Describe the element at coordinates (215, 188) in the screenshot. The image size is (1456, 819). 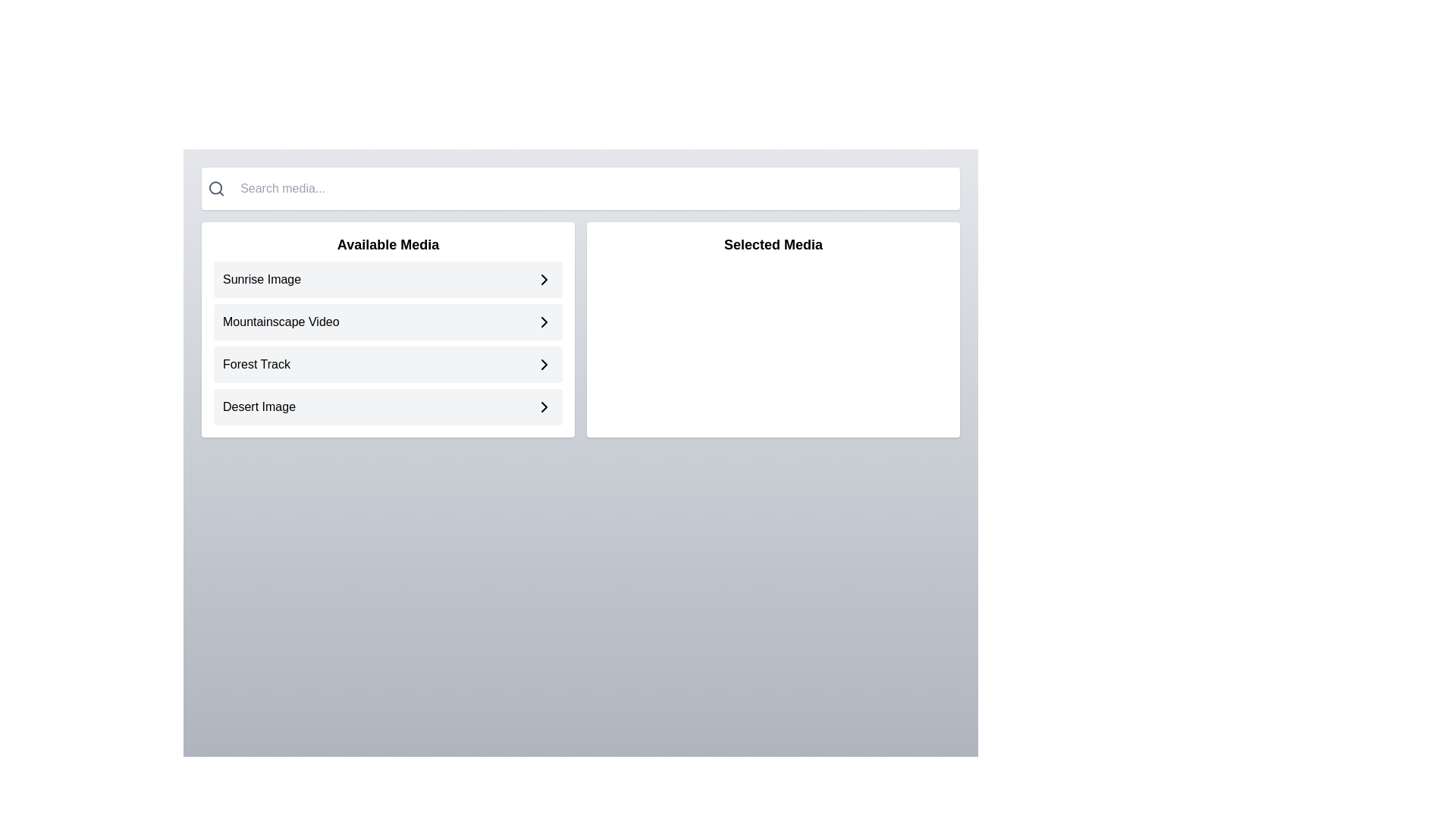
I see `the search icon, which is a magnifying glass with a black outline, located to the left of the text input field with the placeholder 'Search media...', to initiate a search` at that location.